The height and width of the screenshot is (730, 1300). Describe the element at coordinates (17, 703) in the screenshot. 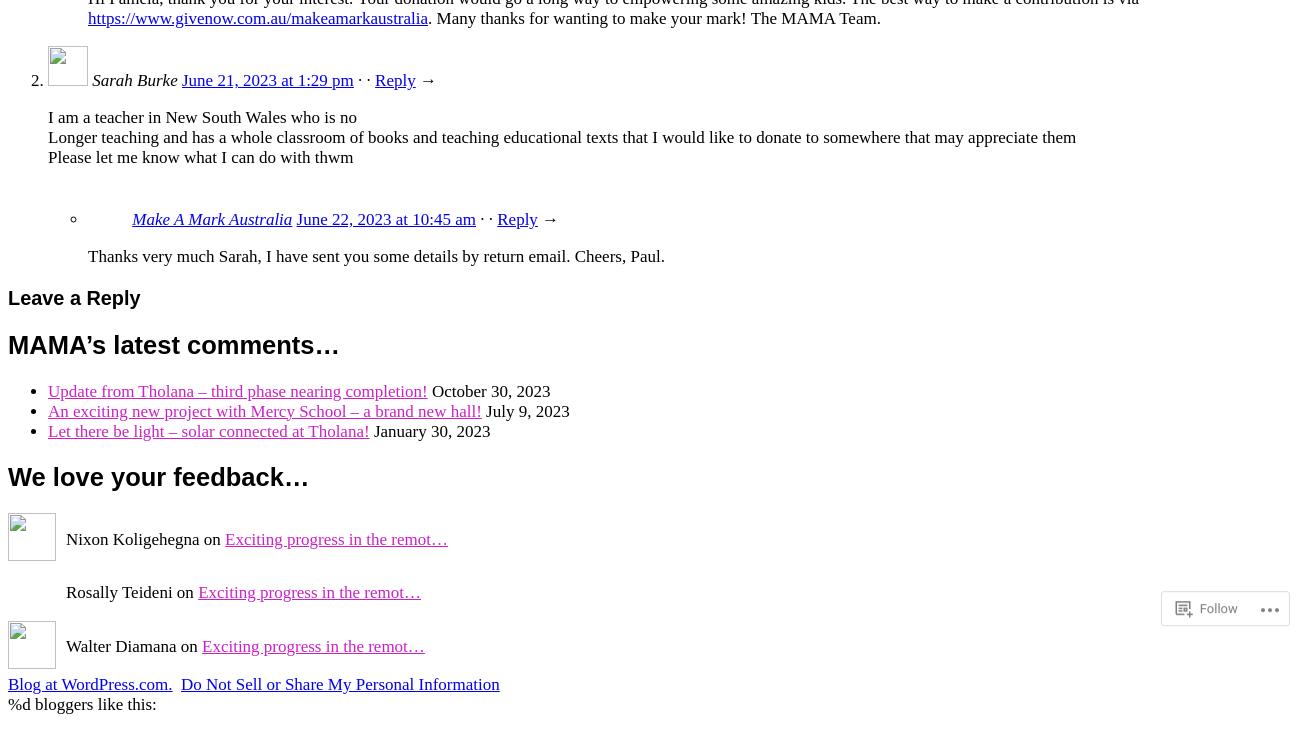

I see `'%d'` at that location.